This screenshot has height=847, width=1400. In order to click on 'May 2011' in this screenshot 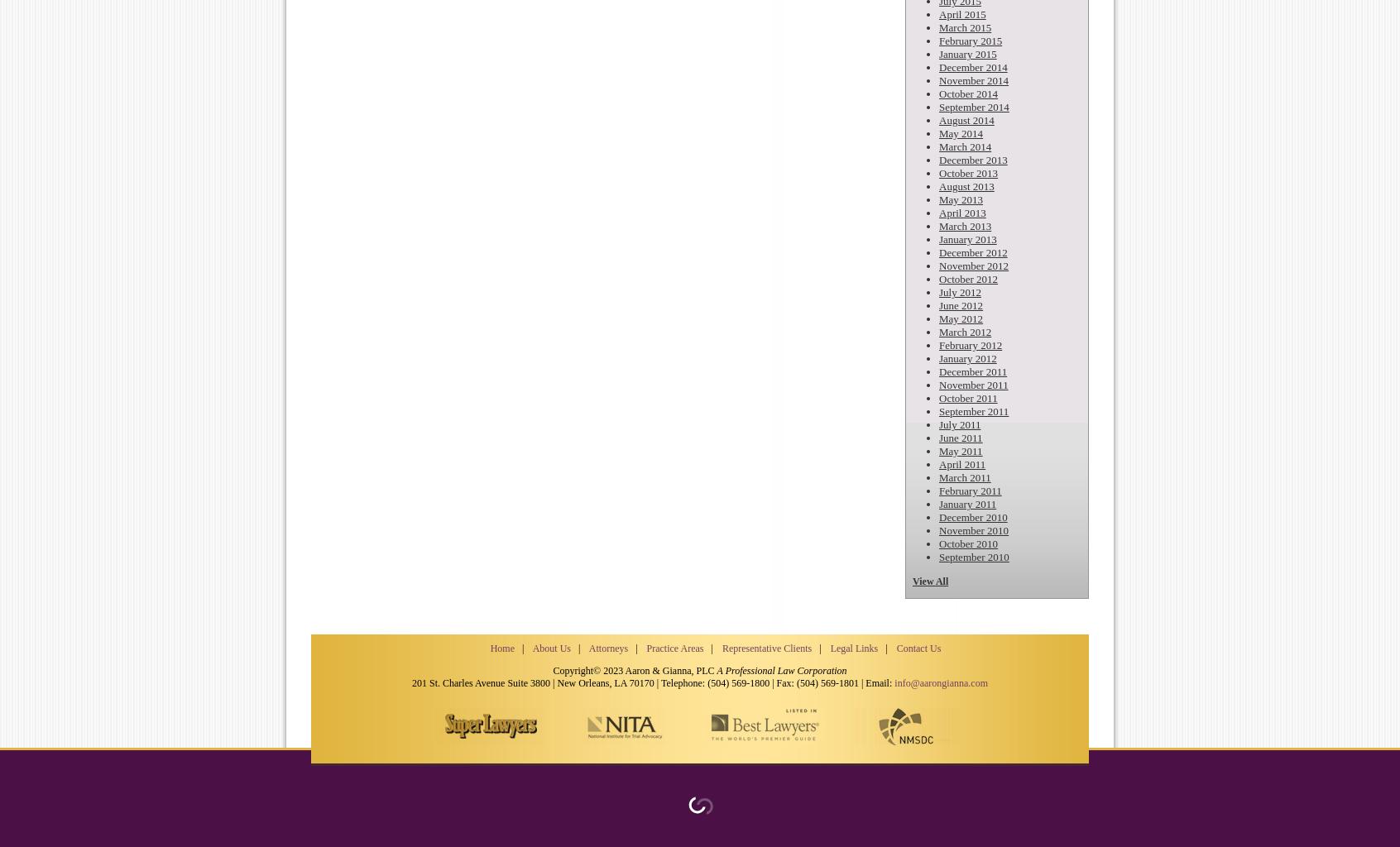, I will do `click(960, 451)`.